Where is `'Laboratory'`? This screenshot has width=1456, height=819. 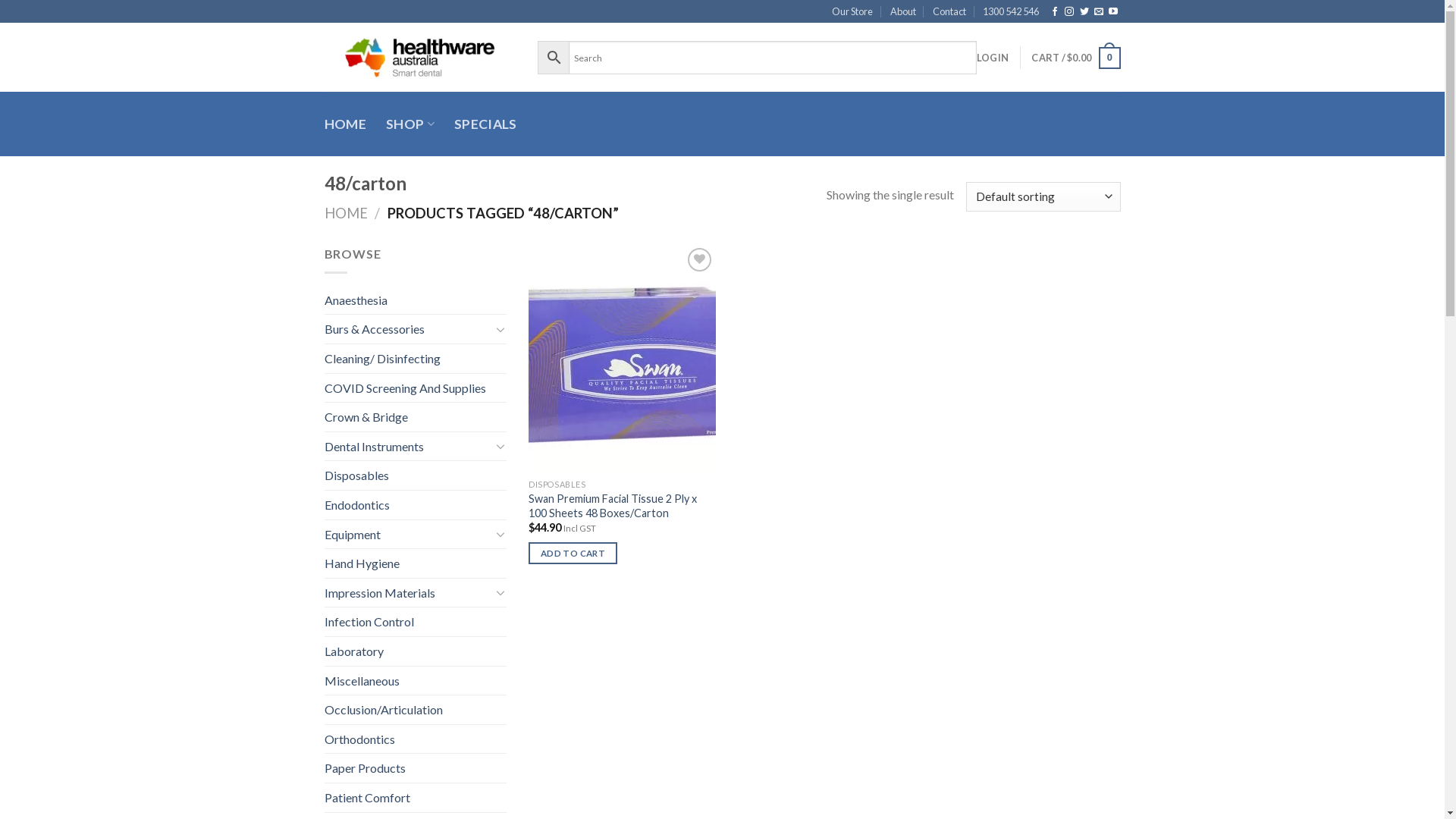
'Laboratory' is located at coordinates (415, 651).